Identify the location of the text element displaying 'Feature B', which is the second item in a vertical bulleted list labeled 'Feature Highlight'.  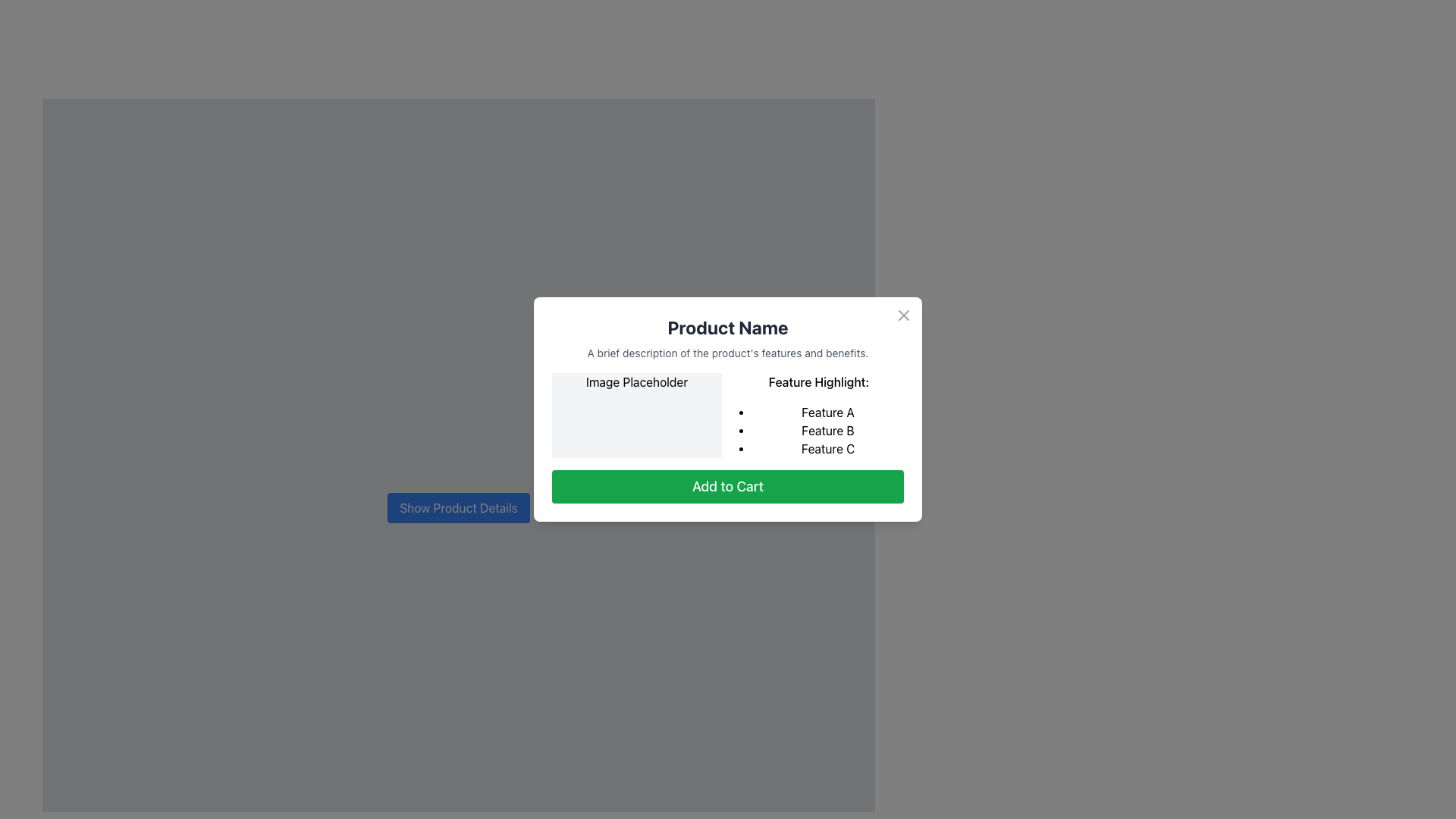
(827, 430).